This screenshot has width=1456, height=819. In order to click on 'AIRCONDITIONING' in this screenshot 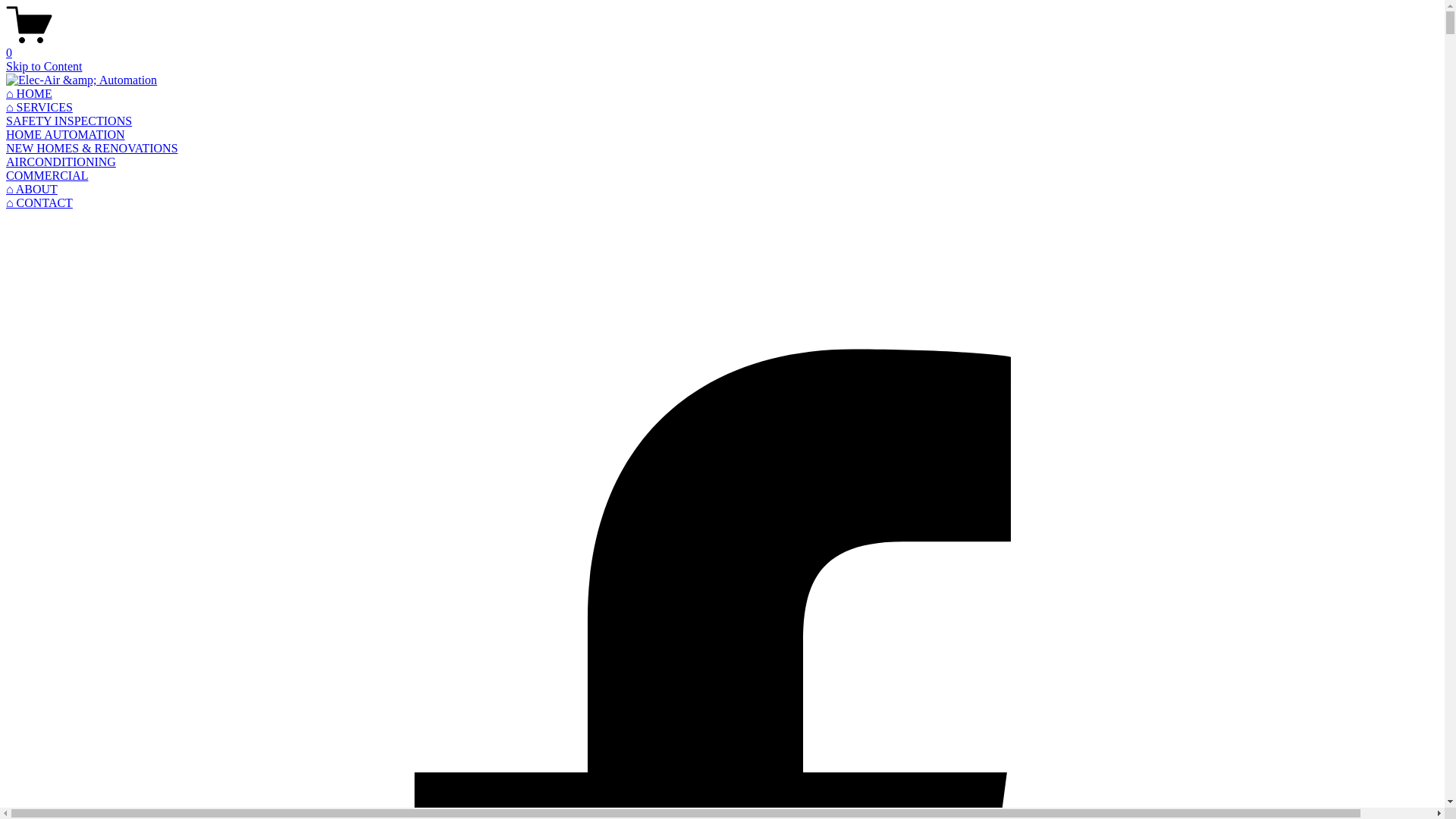, I will do `click(61, 162)`.